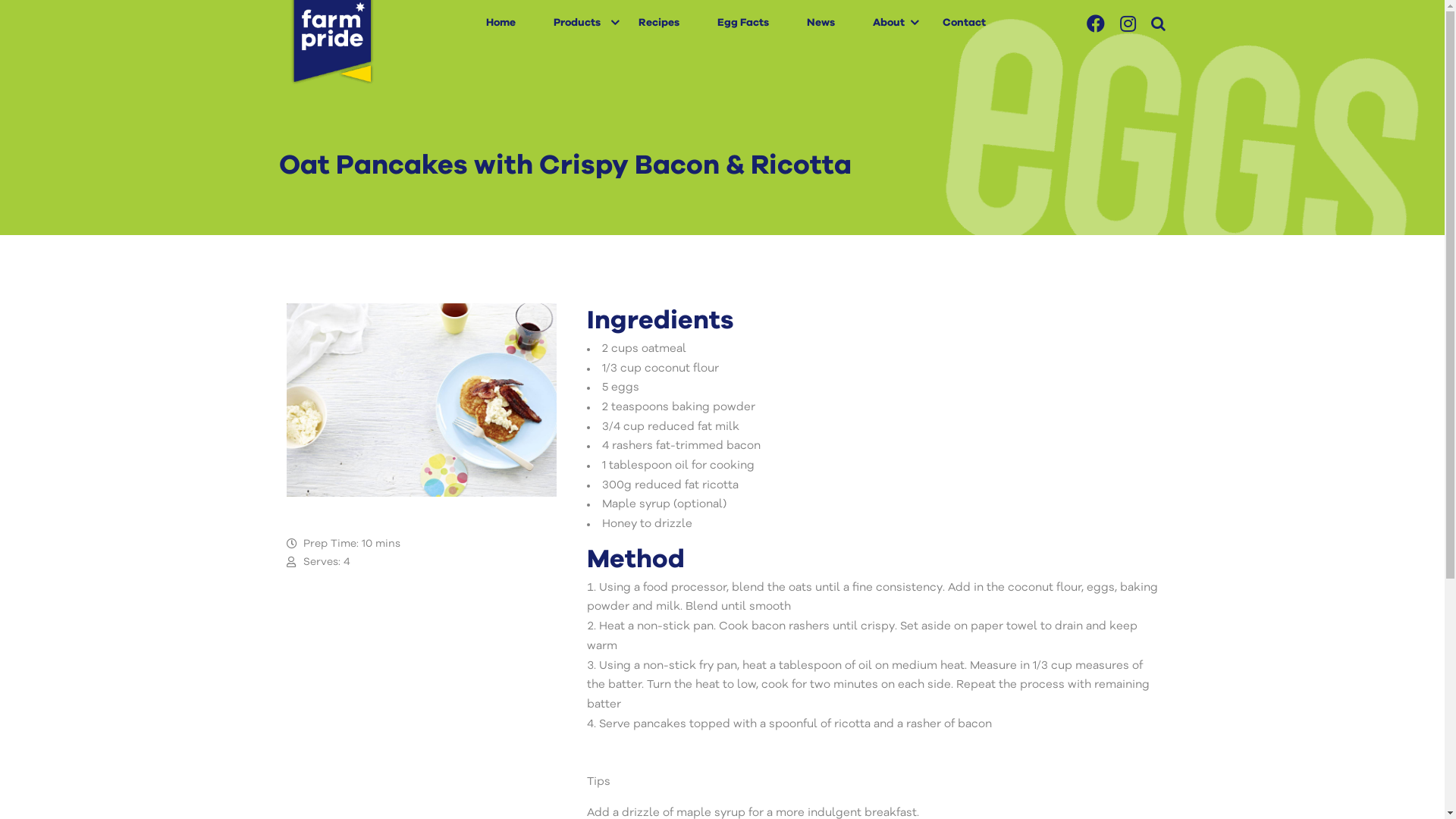 Image resolution: width=1456 pixels, height=819 pixels. Describe the element at coordinates (787, 23) in the screenshot. I see `'News'` at that location.